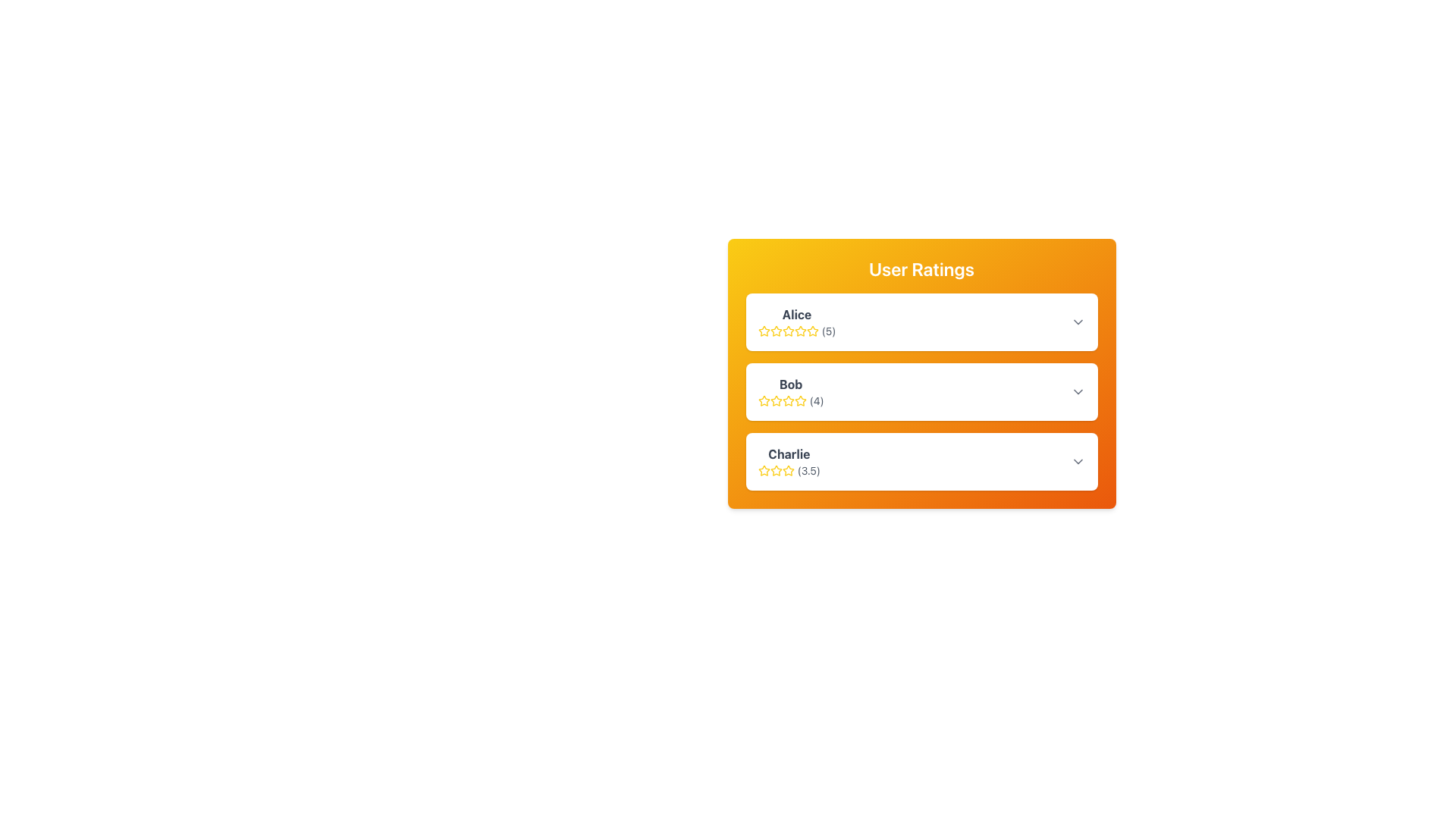  What do you see at coordinates (816, 400) in the screenshot?
I see `the text label displaying the number '(4)' next to the yellow star icons in the user ratings for 'Bob'` at bounding box center [816, 400].